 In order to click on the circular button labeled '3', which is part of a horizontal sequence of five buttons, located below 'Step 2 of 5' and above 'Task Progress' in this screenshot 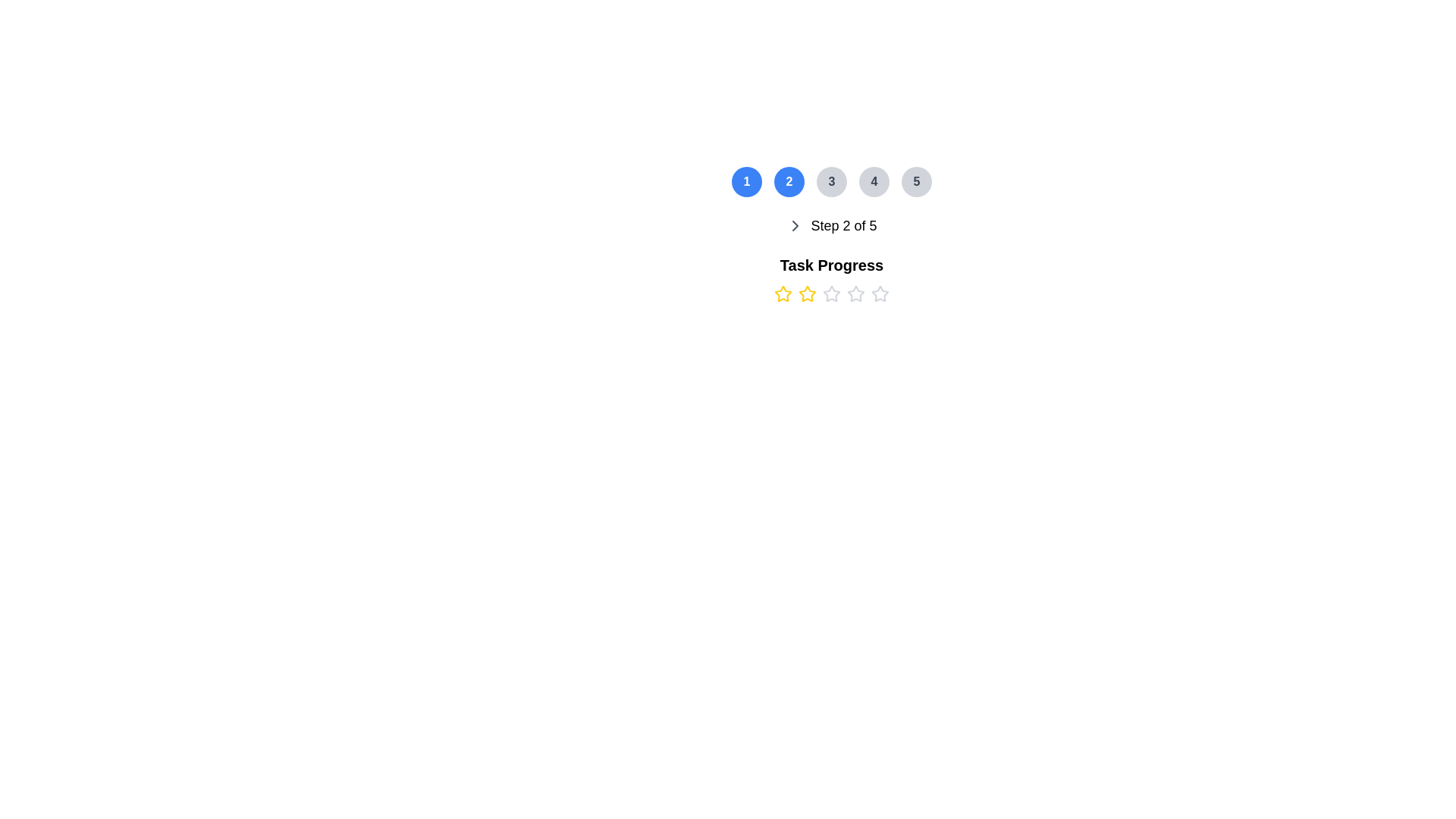, I will do `click(831, 180)`.